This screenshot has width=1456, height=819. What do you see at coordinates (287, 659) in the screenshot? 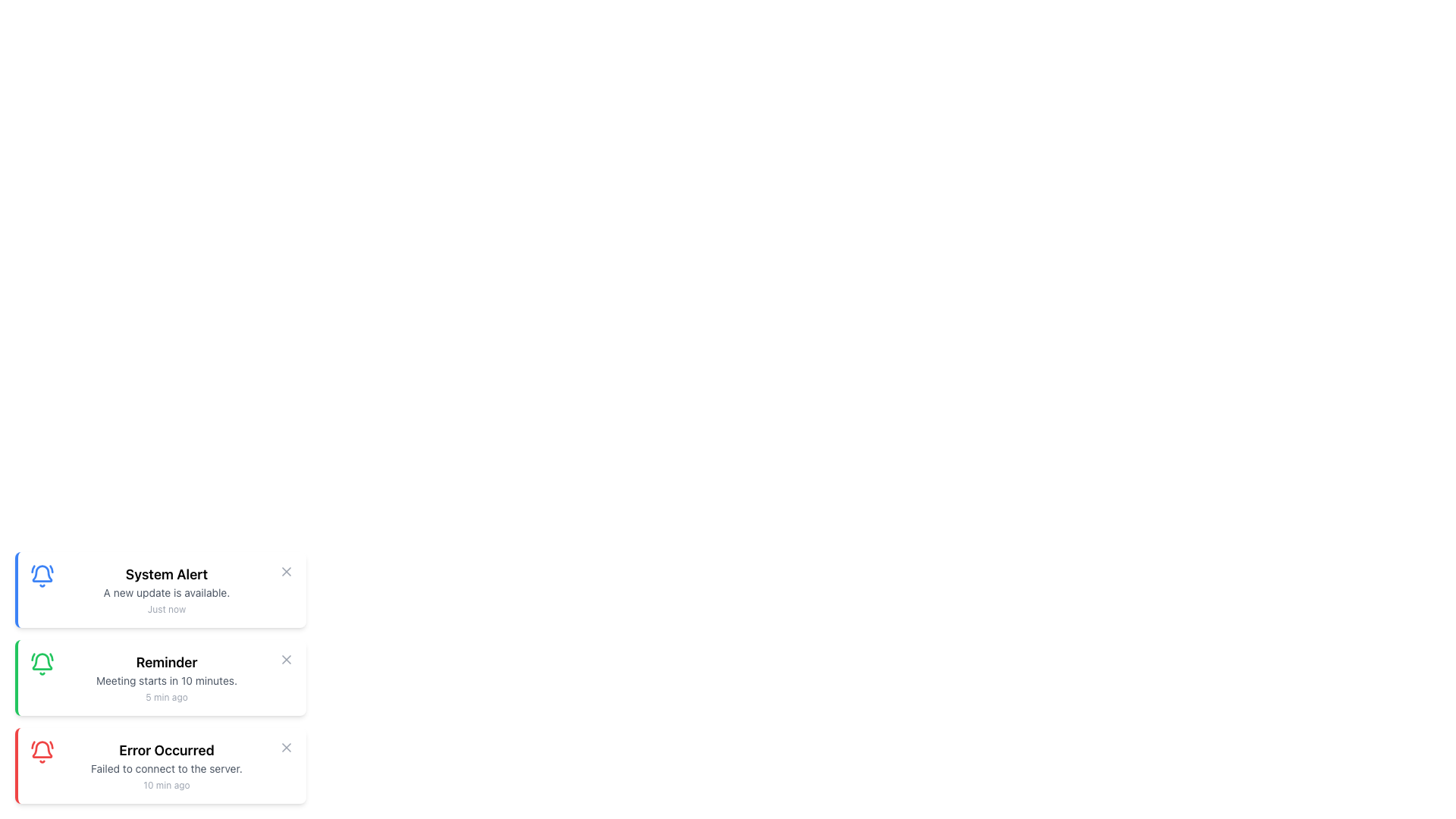
I see `the 'close' button located at the top right corner of the 'Reminder' notification card` at bounding box center [287, 659].